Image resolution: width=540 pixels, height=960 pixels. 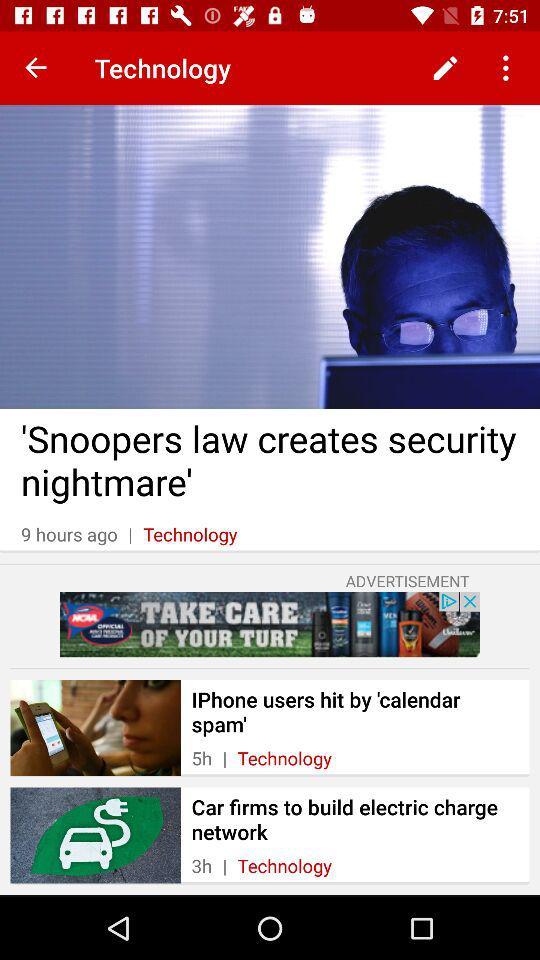 What do you see at coordinates (36, 68) in the screenshot?
I see `go back` at bounding box center [36, 68].